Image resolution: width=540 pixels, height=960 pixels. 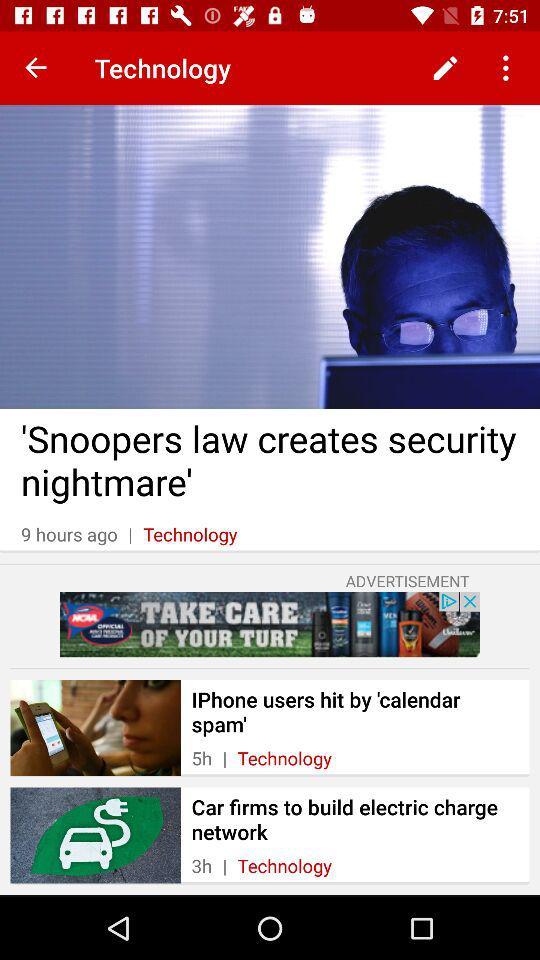 What do you see at coordinates (36, 68) in the screenshot?
I see `go back` at bounding box center [36, 68].